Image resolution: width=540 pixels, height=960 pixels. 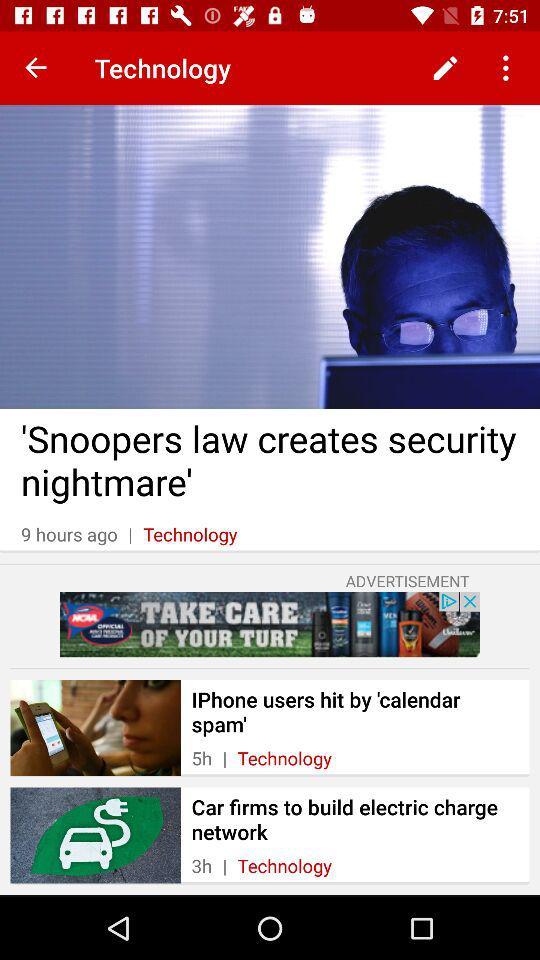 What do you see at coordinates (36, 68) in the screenshot?
I see `go back` at bounding box center [36, 68].